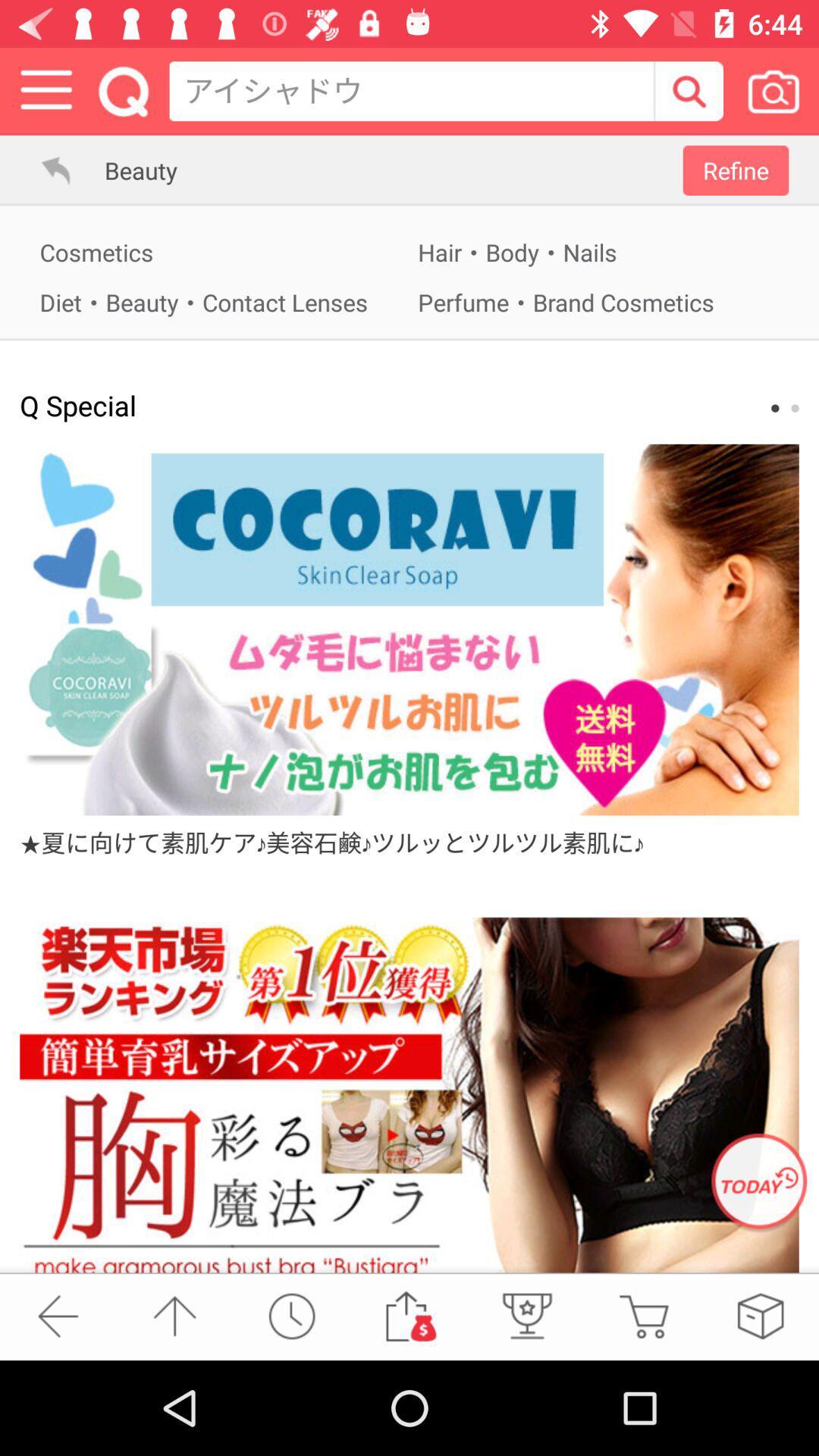 This screenshot has height=1456, width=819. Describe the element at coordinates (773, 90) in the screenshot. I see `to search via a picture` at that location.